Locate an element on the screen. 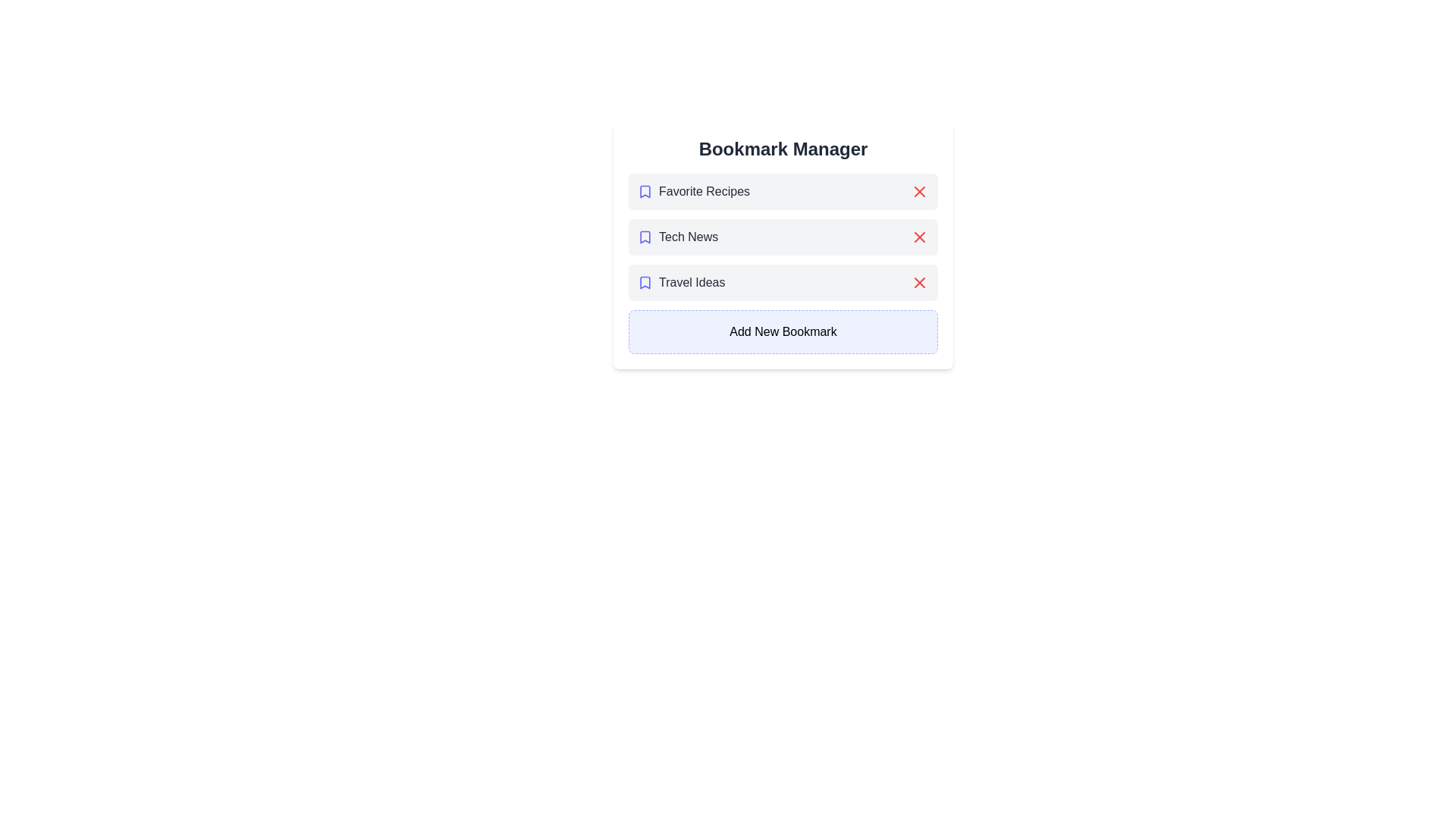  remove button next to the bookmark titled Tech News is located at coordinates (919, 237).